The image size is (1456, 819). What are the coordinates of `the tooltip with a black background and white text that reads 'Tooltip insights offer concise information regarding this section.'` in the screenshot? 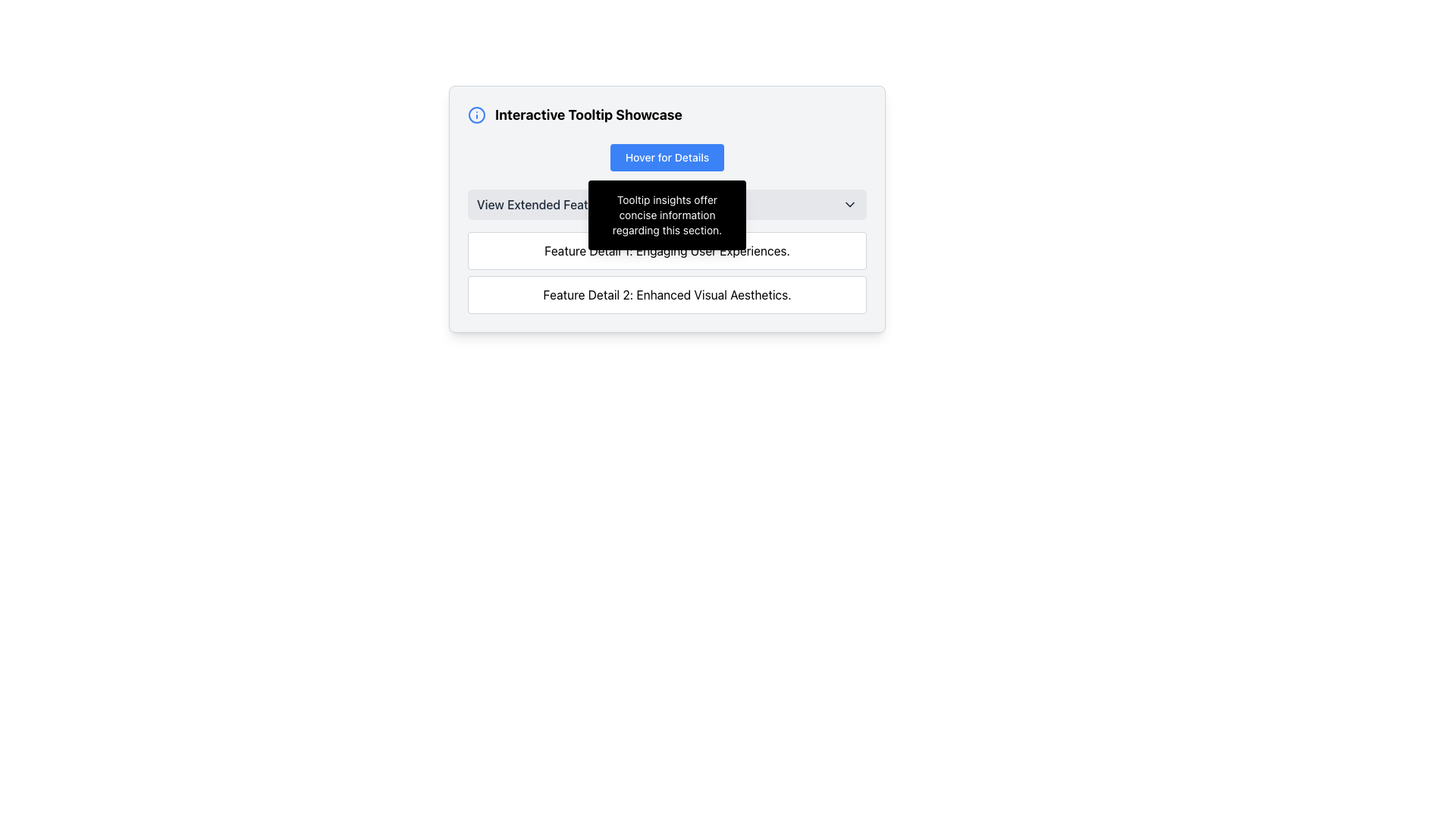 It's located at (667, 215).